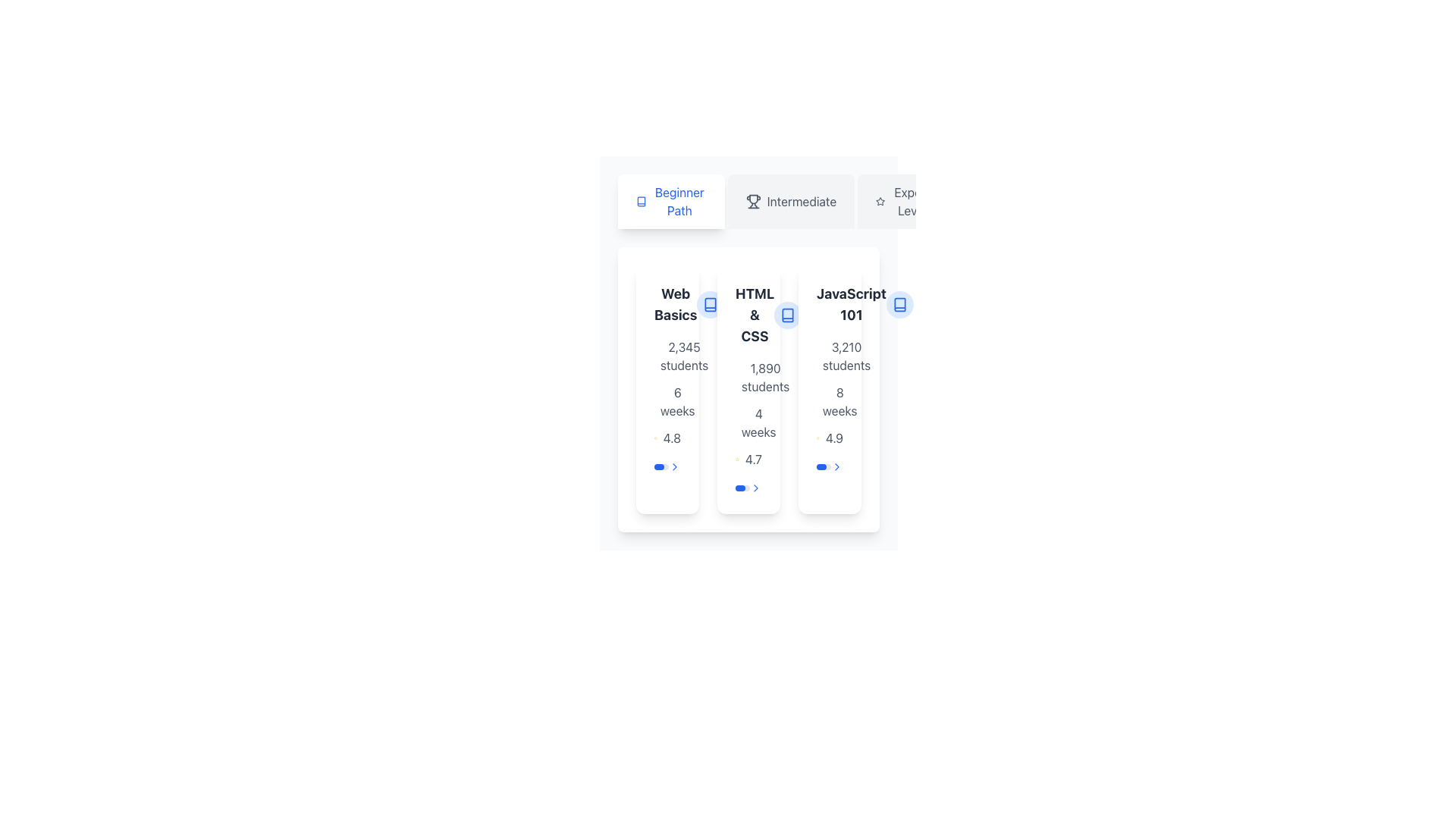 The height and width of the screenshot is (819, 1456). I want to click on the 'Expert Level' label located in the top-right corner of the navigation row, so click(911, 201).